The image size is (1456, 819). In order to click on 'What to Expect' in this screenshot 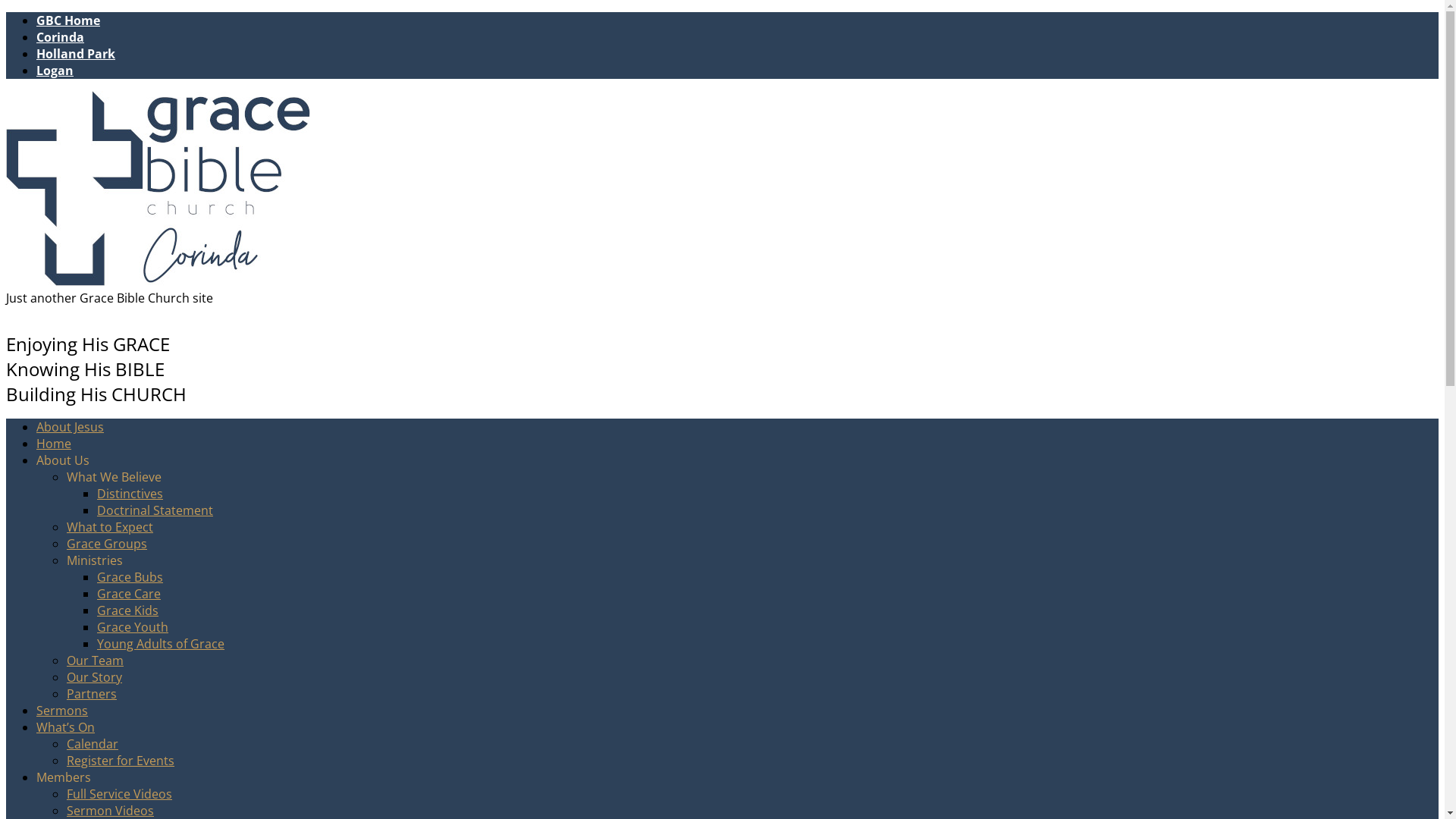, I will do `click(65, 526)`.